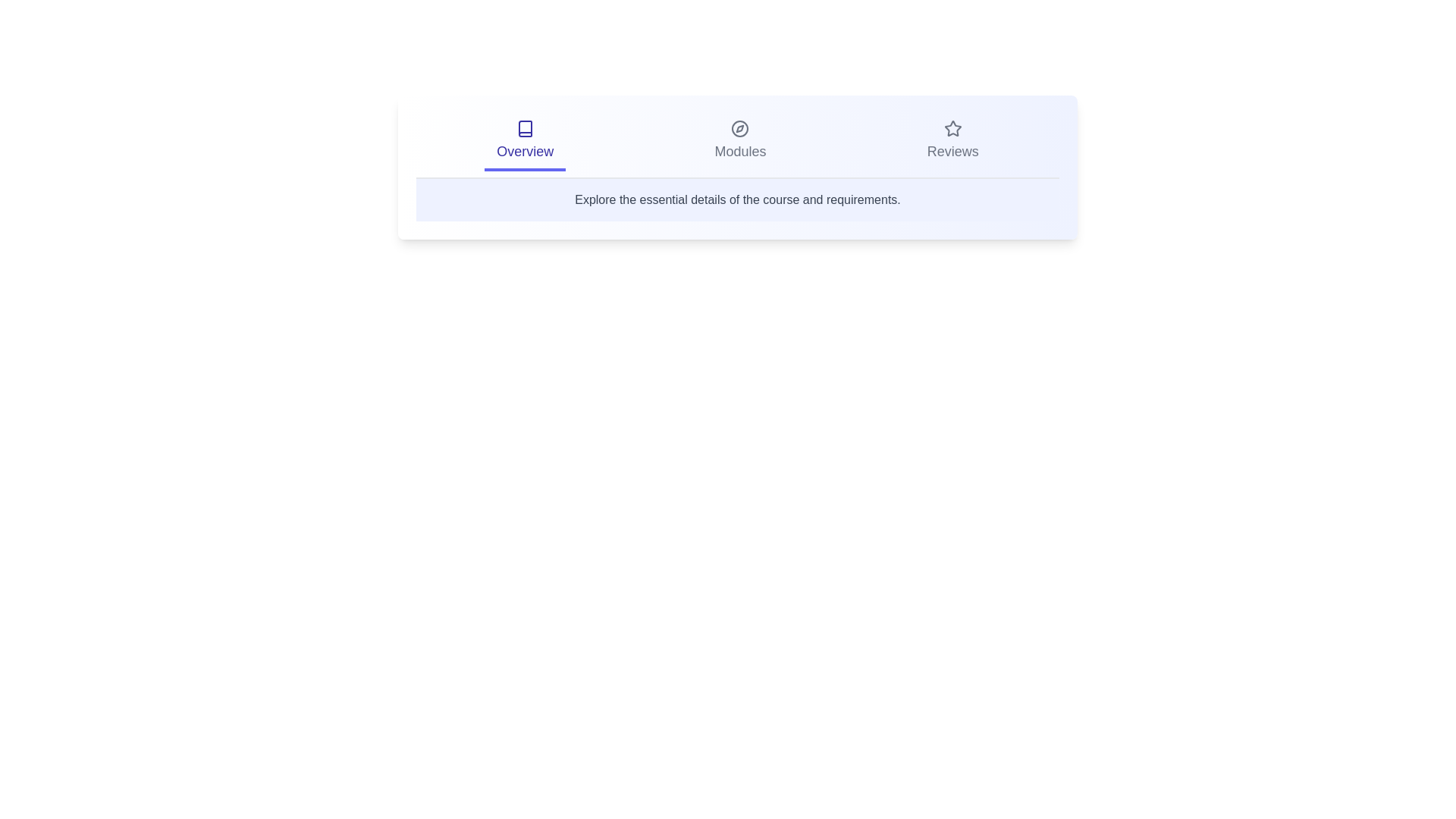  What do you see at coordinates (952, 143) in the screenshot?
I see `the tab corresponding to Reviews` at bounding box center [952, 143].